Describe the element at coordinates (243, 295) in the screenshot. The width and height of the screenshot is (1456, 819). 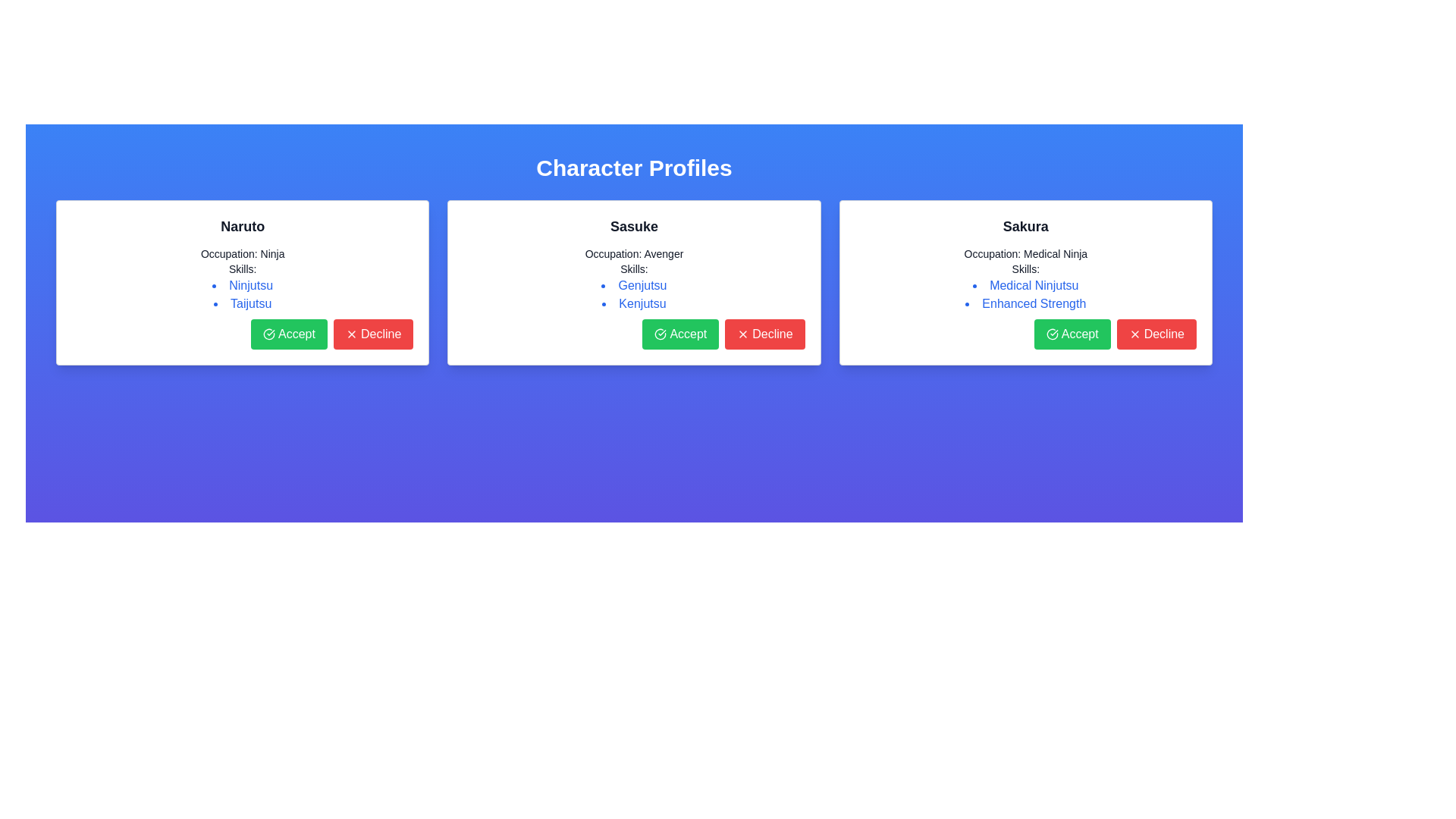
I see `individual skill items listed under the 'Skills:' header for the character Naruto, located in the first column of character profiles` at that location.